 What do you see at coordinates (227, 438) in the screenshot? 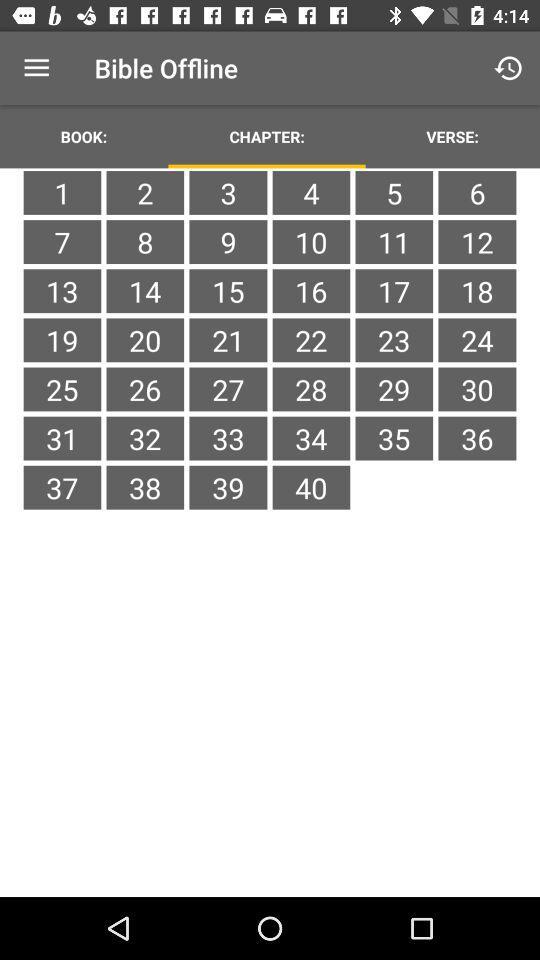
I see `the 33 item` at bounding box center [227, 438].